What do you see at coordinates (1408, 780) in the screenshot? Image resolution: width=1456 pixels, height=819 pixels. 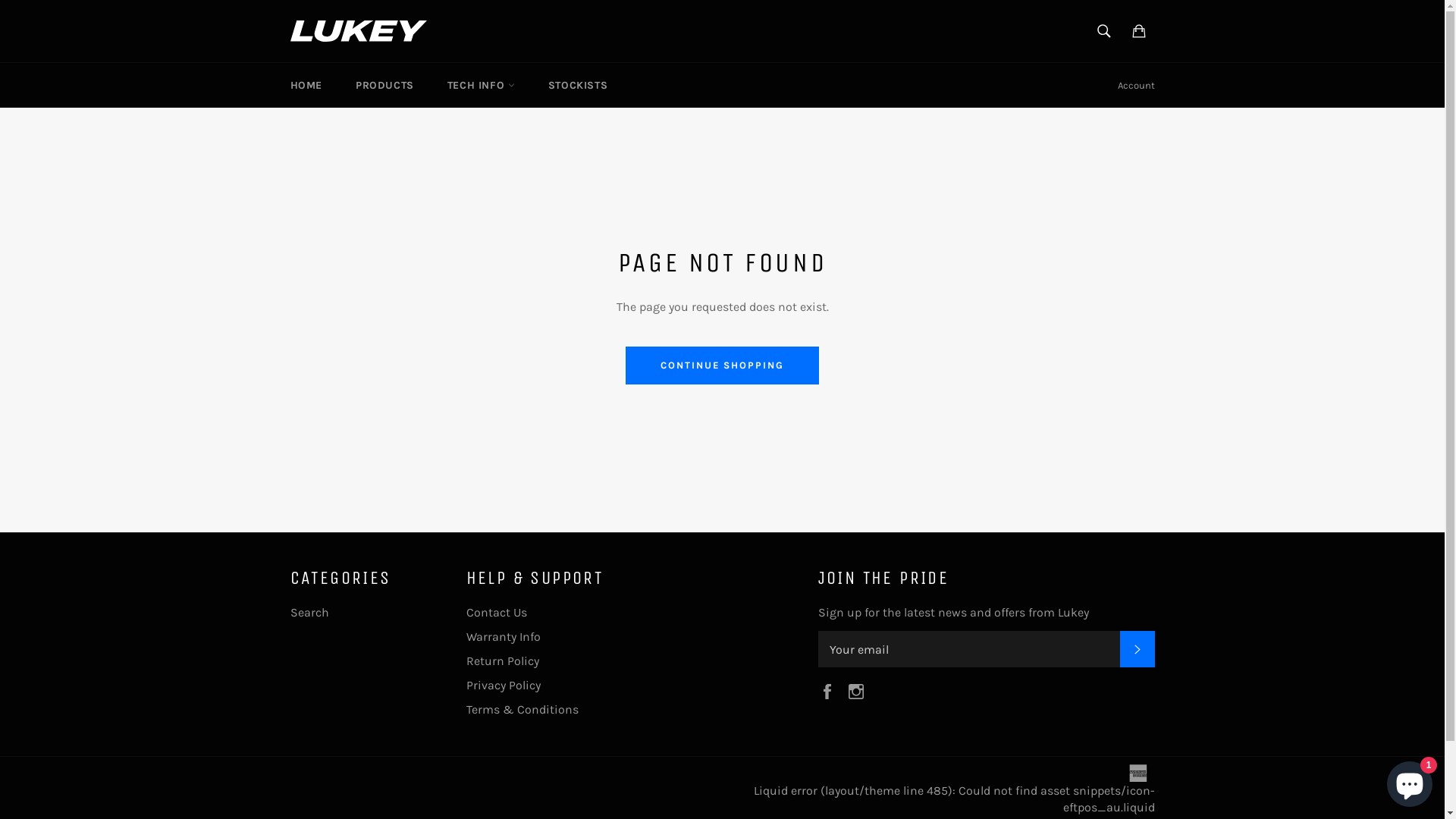 I see `'Shopify online store chat'` at bounding box center [1408, 780].